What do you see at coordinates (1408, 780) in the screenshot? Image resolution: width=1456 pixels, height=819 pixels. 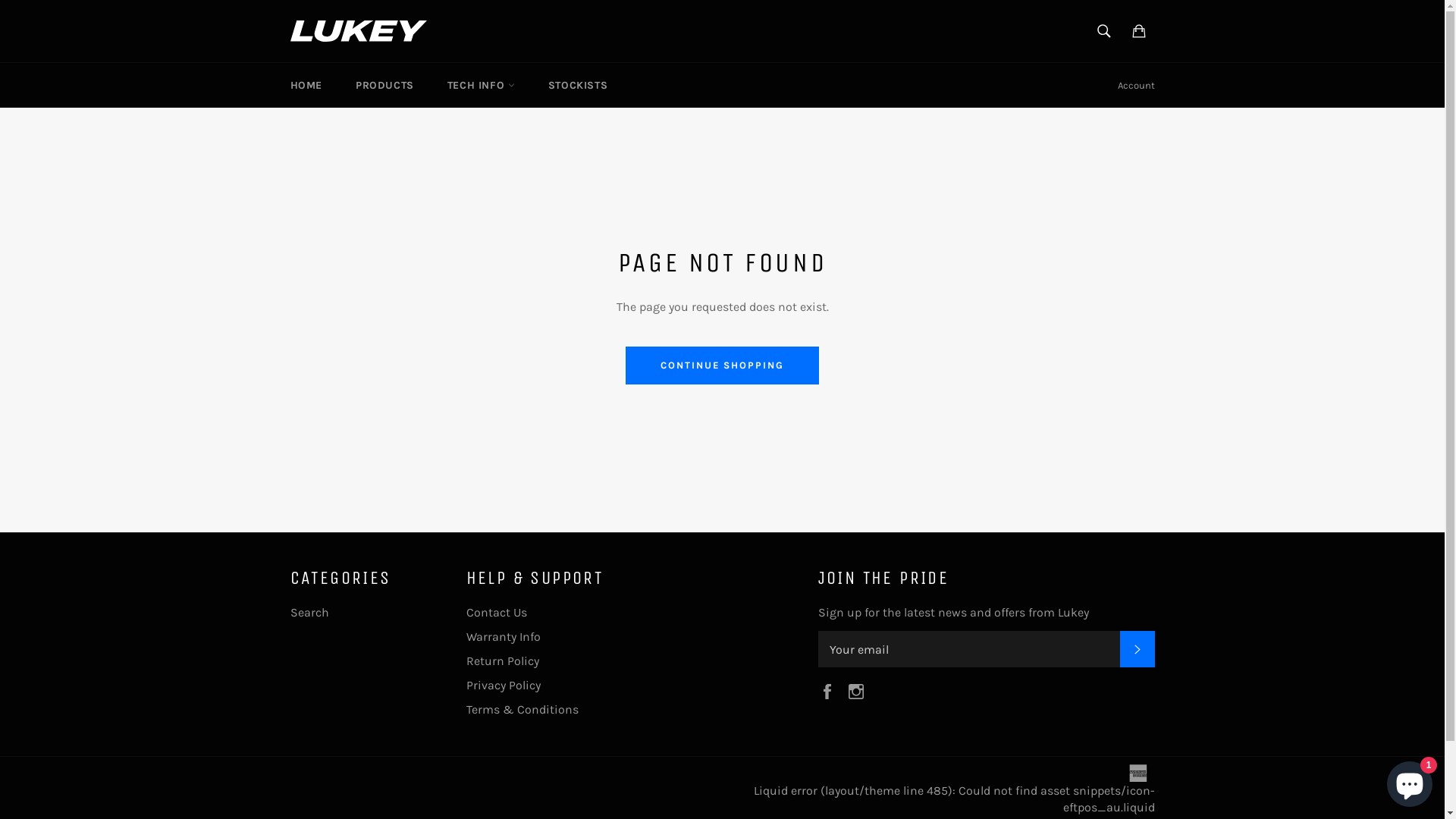 I see `'Shopify online store chat'` at bounding box center [1408, 780].